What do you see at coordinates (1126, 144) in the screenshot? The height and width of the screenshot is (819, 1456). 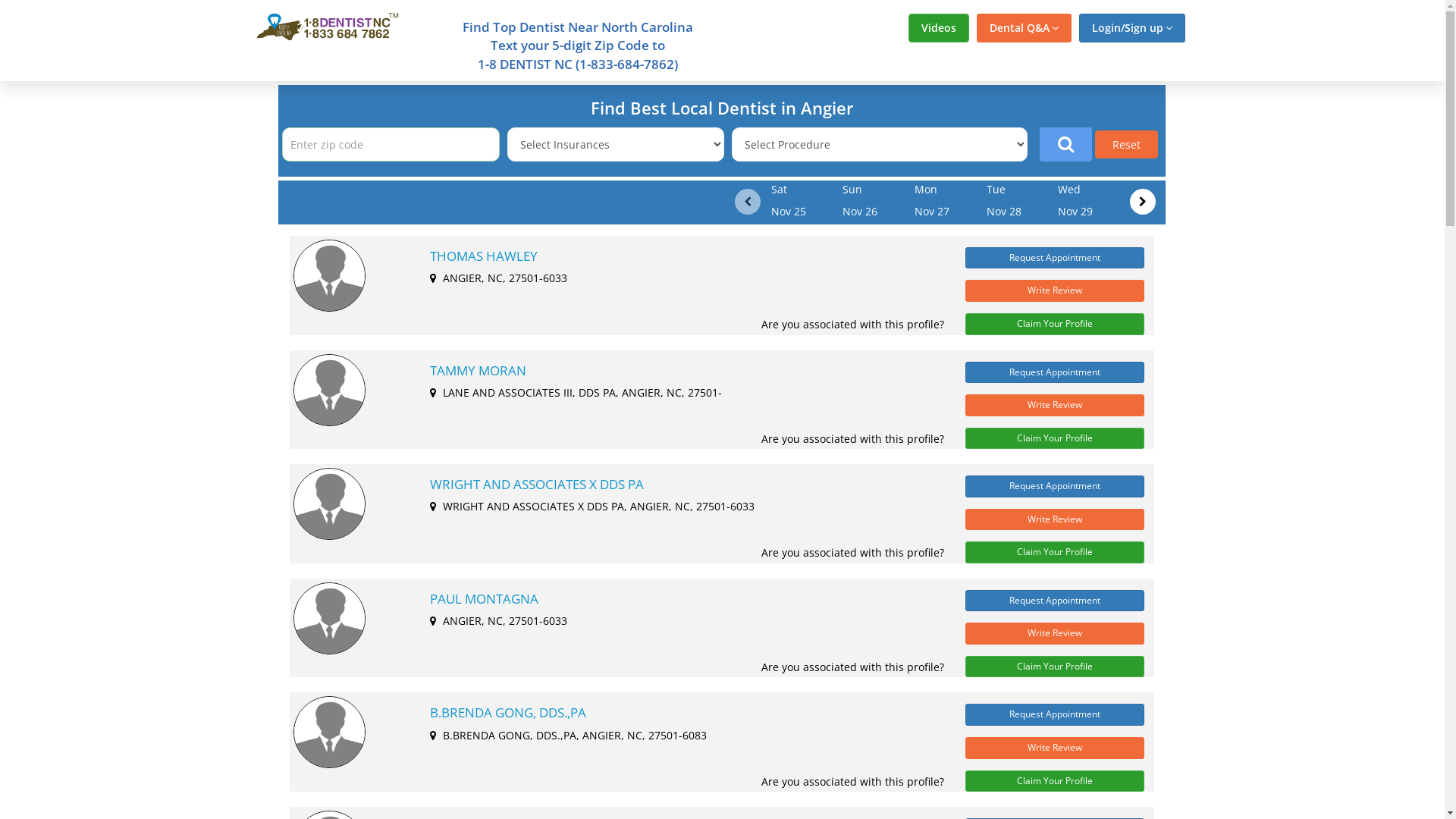 I see `'Reset'` at bounding box center [1126, 144].